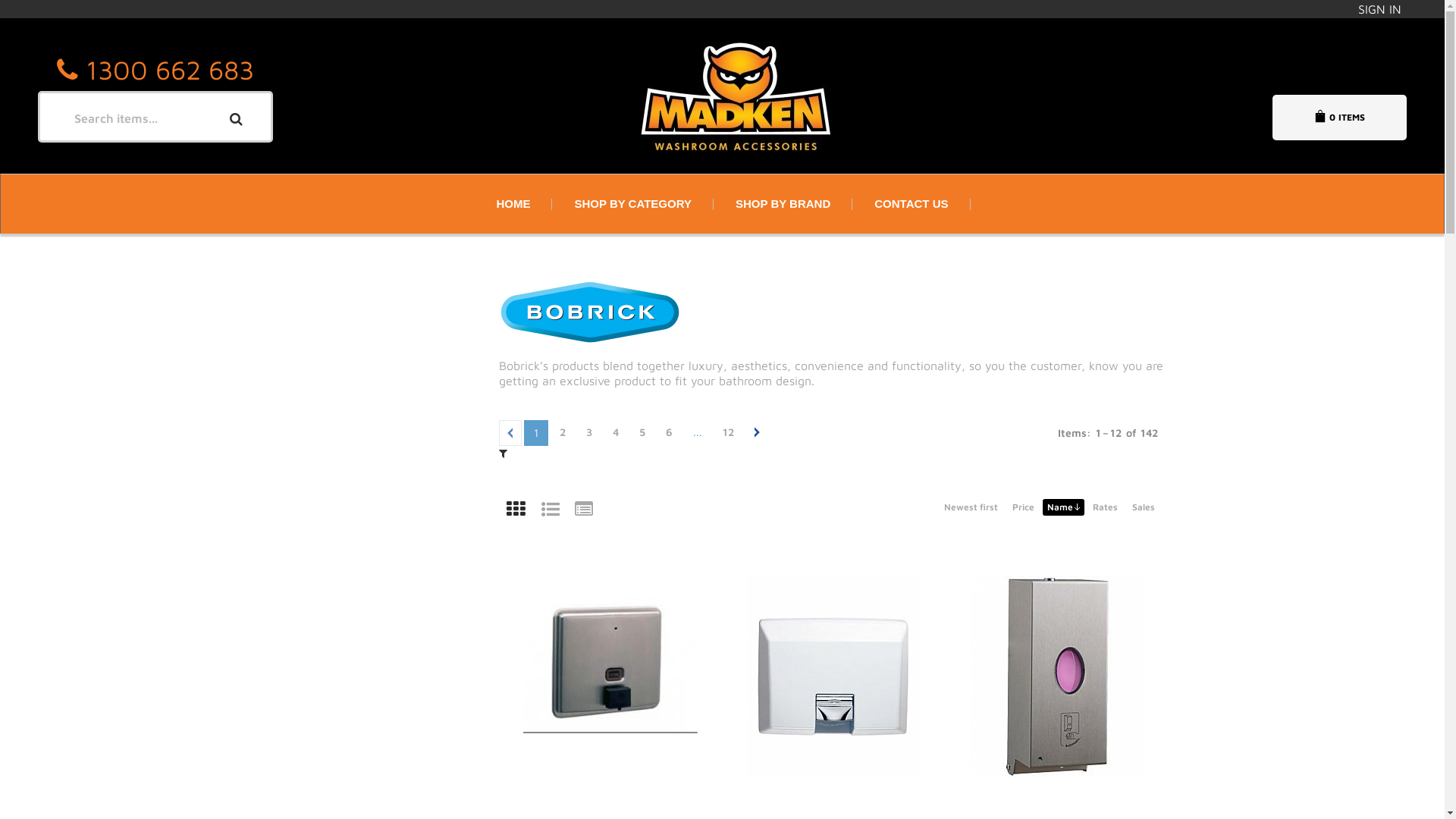  I want to click on 'Table', so click(567, 509).